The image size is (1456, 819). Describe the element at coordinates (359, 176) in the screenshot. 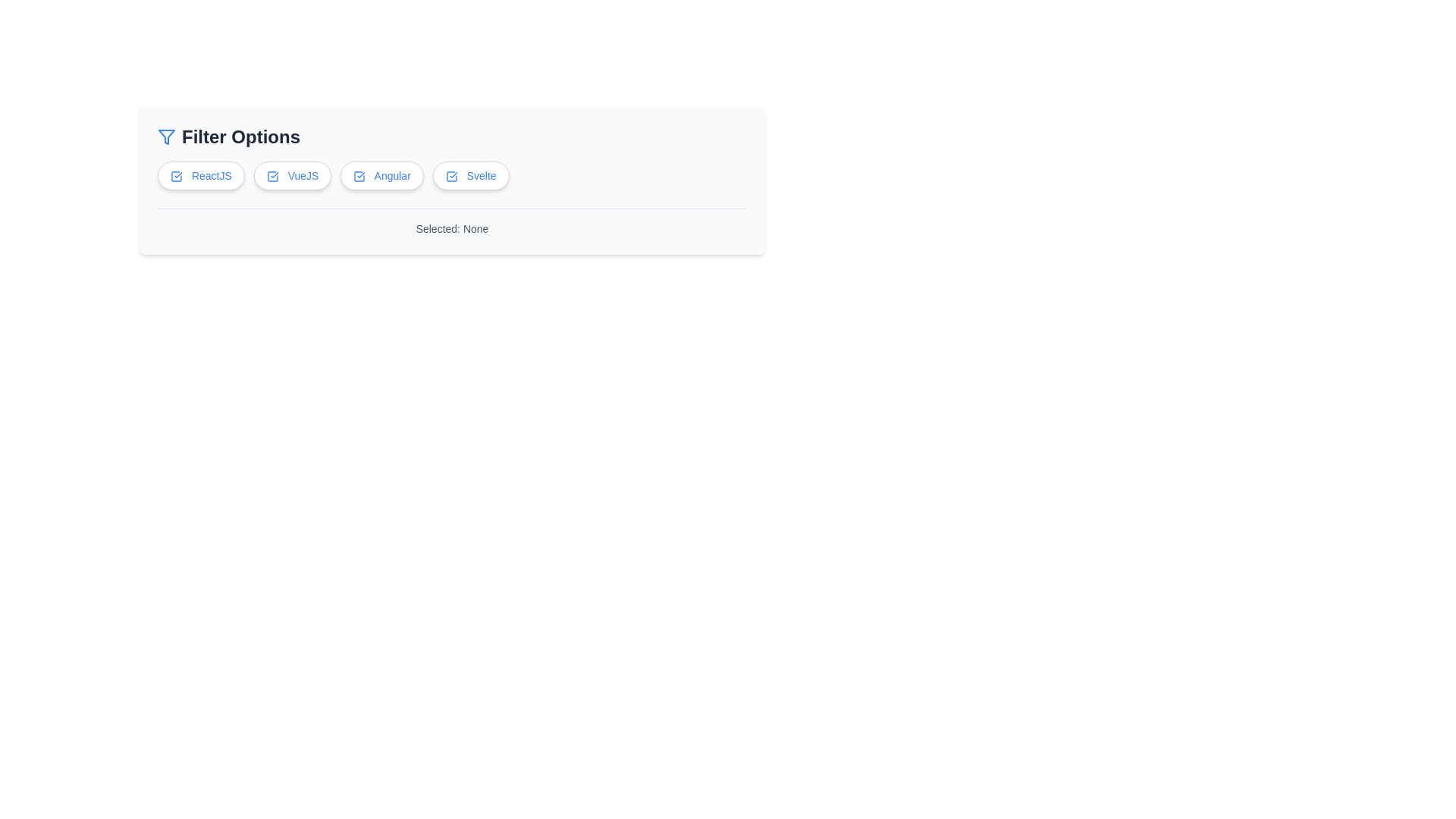

I see `the Checkbox-like icon that indicates the 'Angular' option is currently selected` at that location.